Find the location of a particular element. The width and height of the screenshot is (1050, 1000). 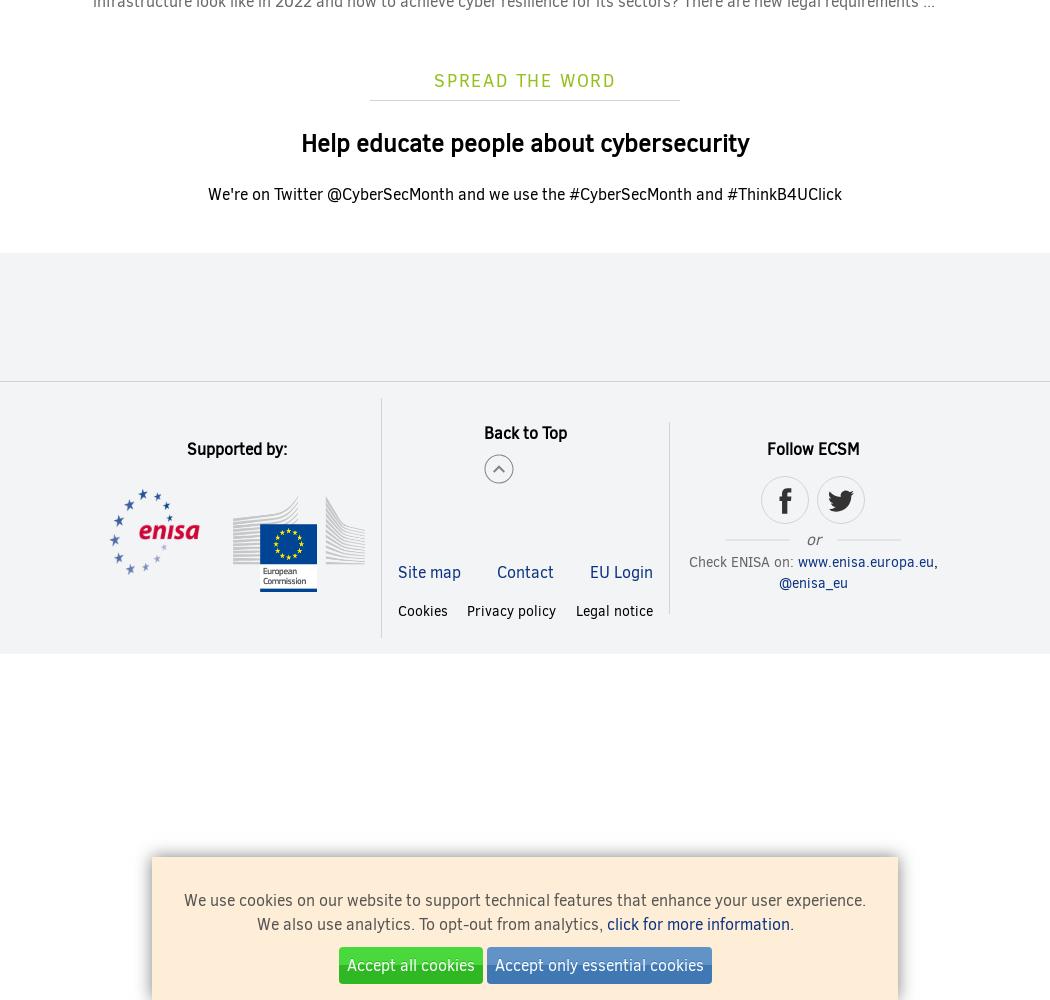

'We're on Twitter @CyberSecMonth and we use the #CyberSecMonth and
        #ThinkB4UClick' is located at coordinates (525, 192).